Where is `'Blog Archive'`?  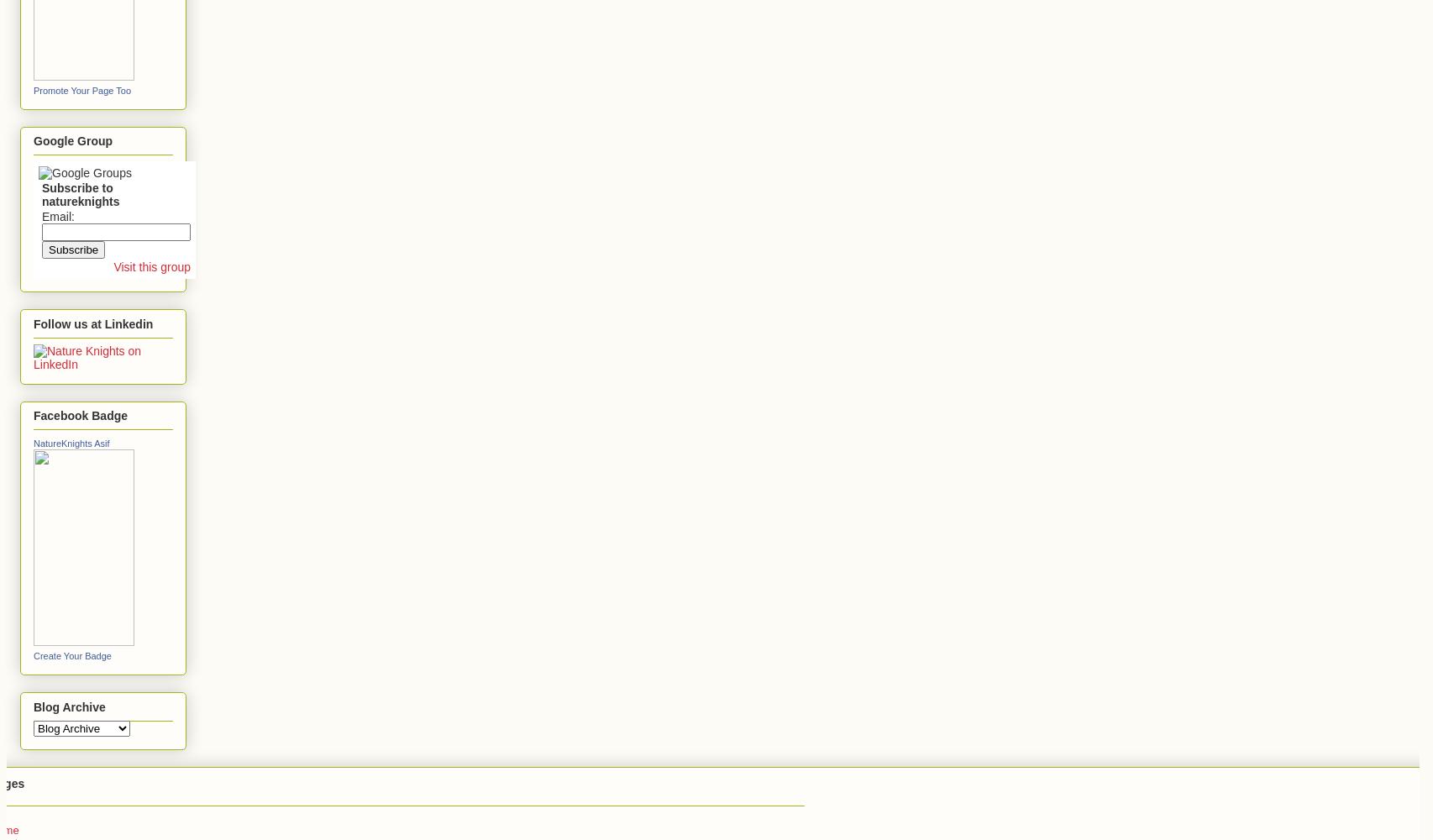
'Blog Archive' is located at coordinates (69, 706).